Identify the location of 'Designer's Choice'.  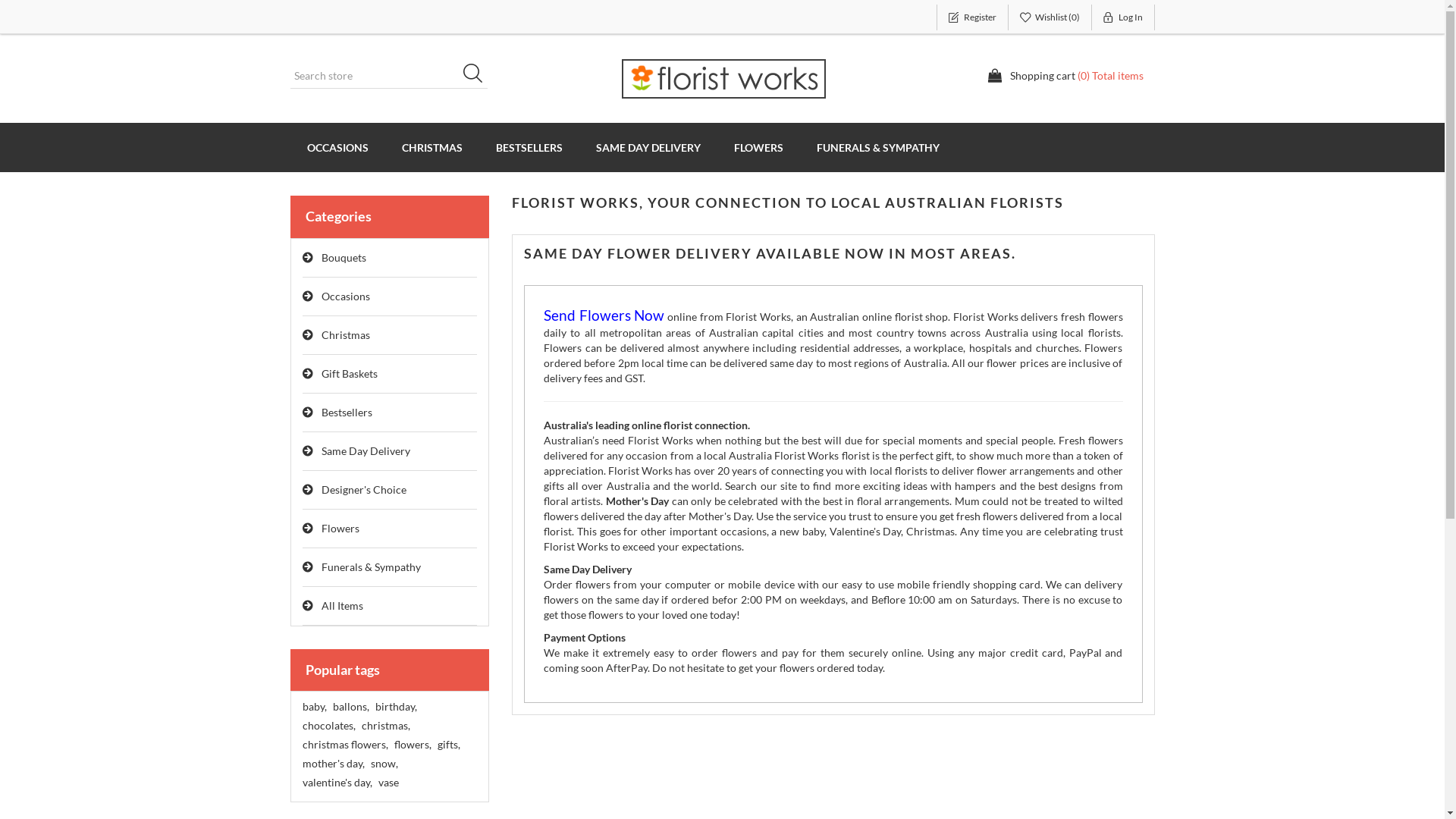
(302, 490).